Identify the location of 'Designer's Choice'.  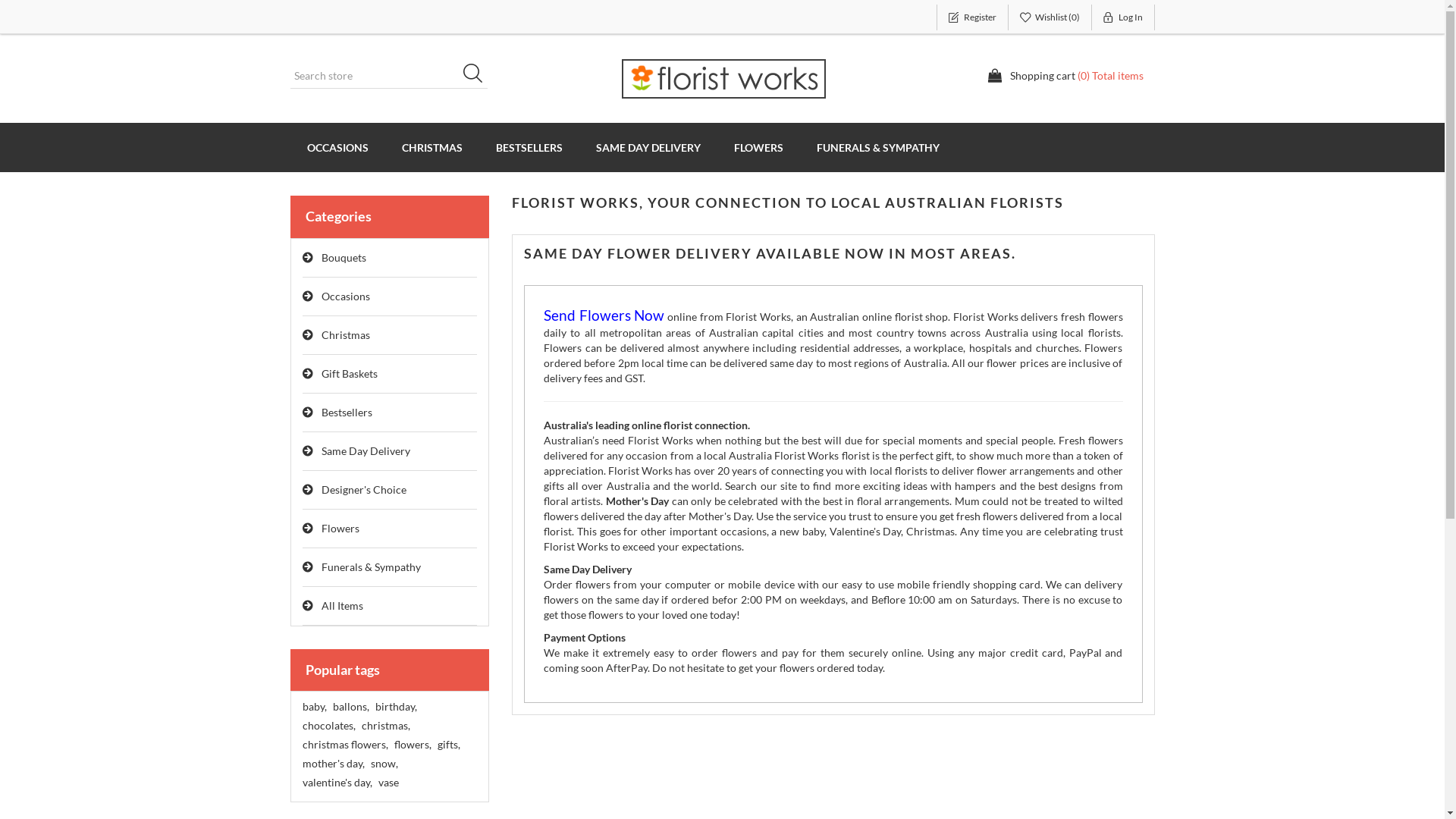
(302, 490).